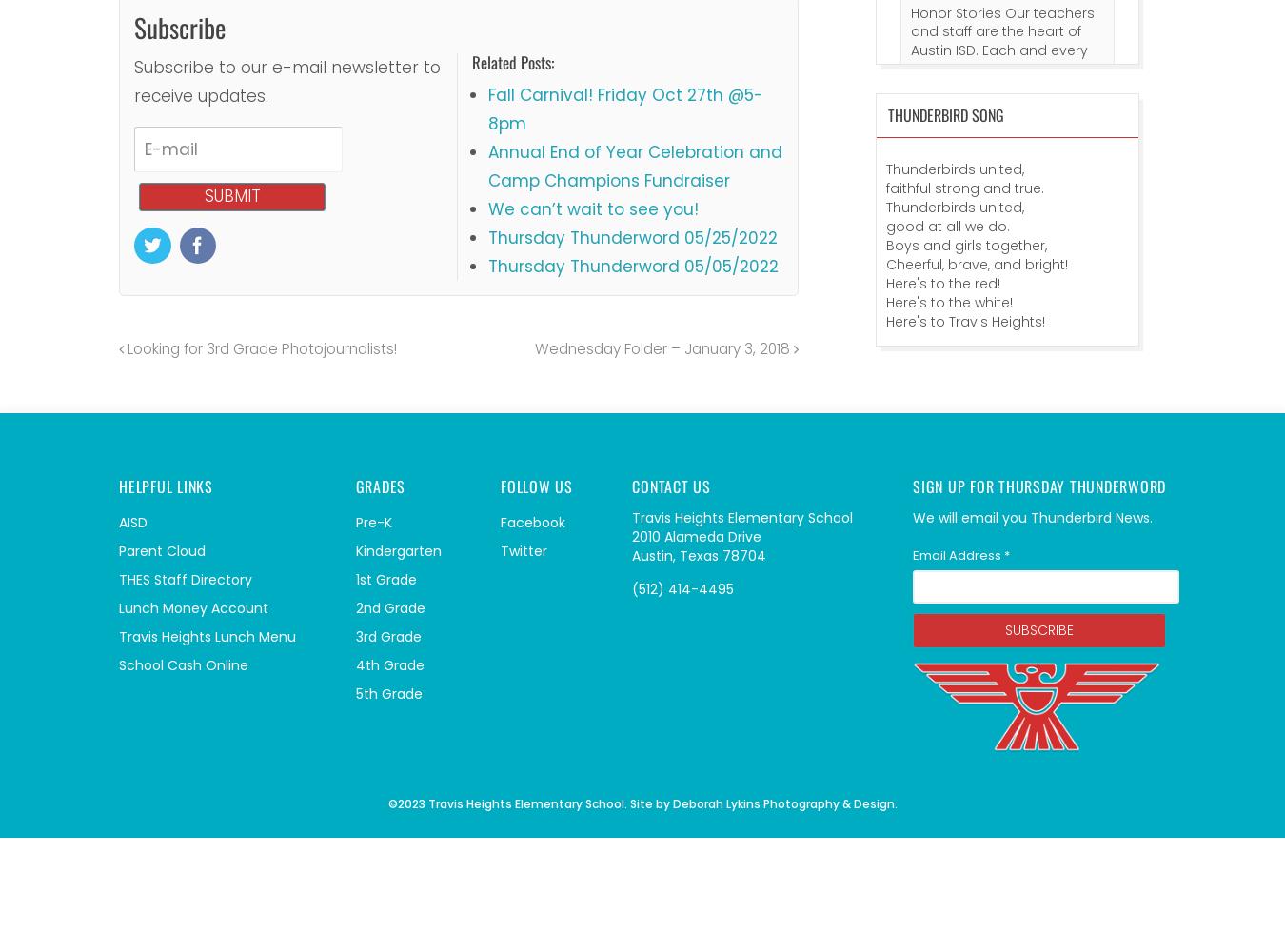 The image size is (1285, 952). What do you see at coordinates (531, 522) in the screenshot?
I see `'Facebook'` at bounding box center [531, 522].